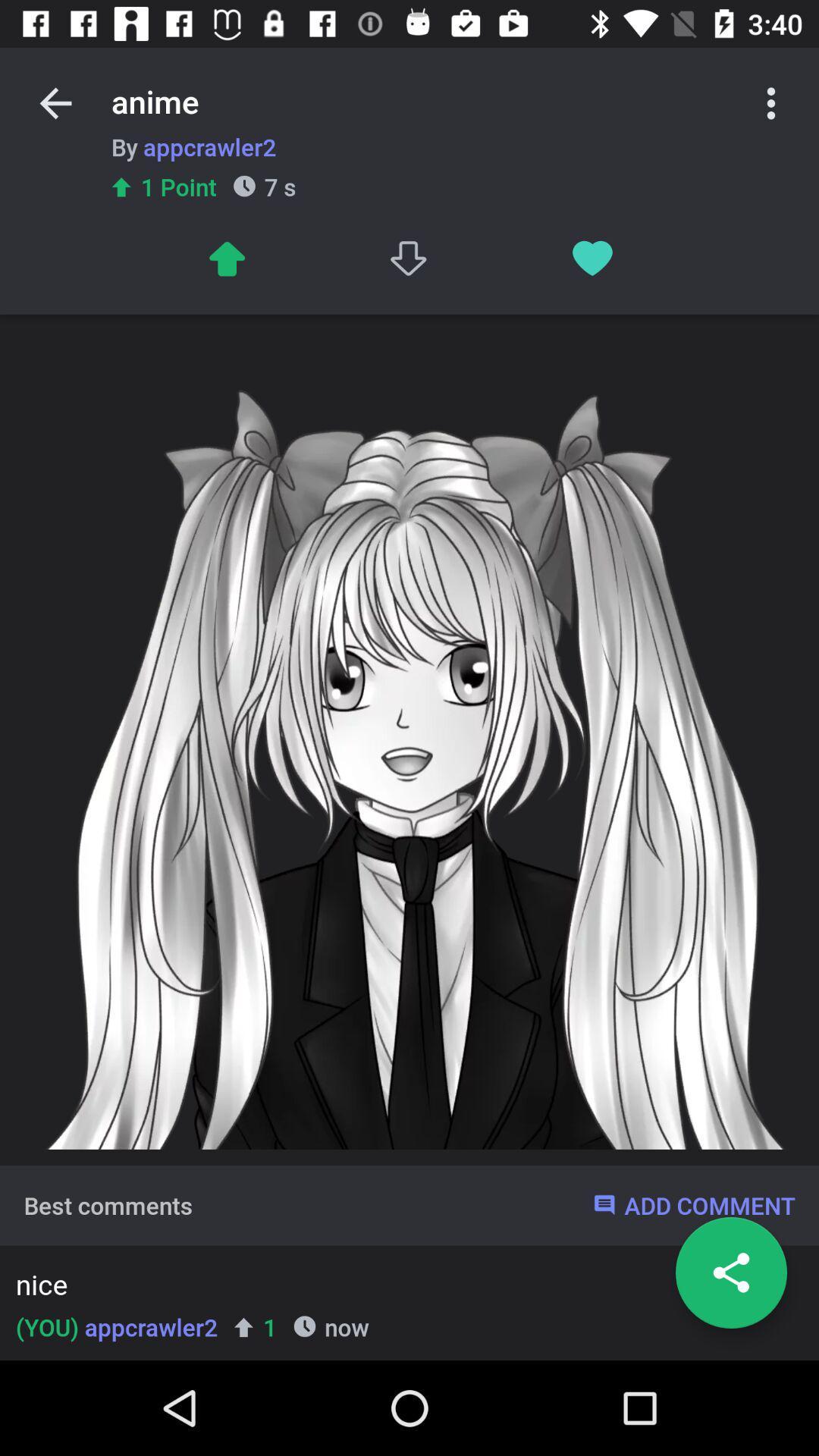  I want to click on favorite, so click(591, 259).